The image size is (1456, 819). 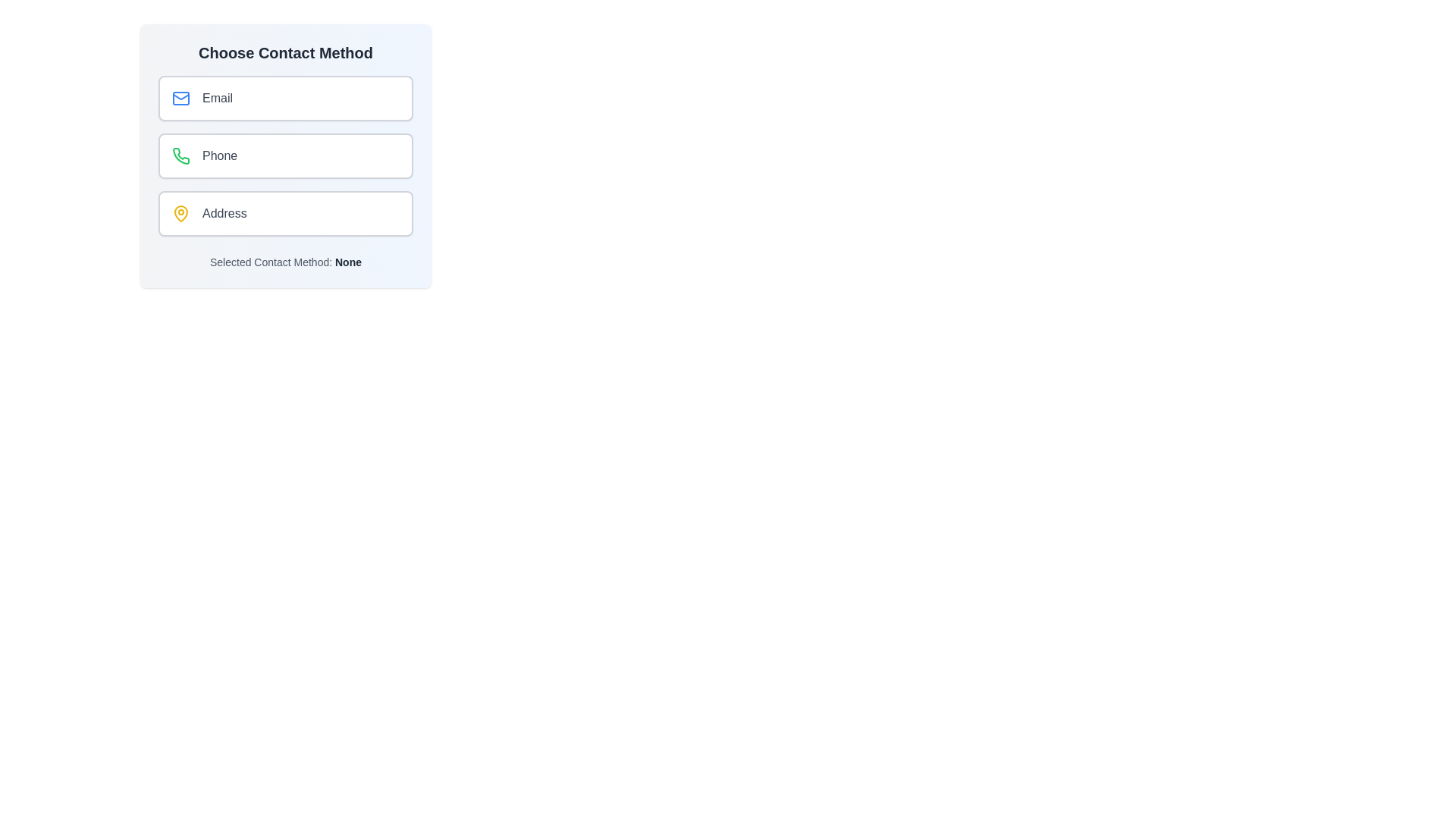 What do you see at coordinates (286, 155) in the screenshot?
I see `the contact method Phone by clicking on its corresponding chip` at bounding box center [286, 155].